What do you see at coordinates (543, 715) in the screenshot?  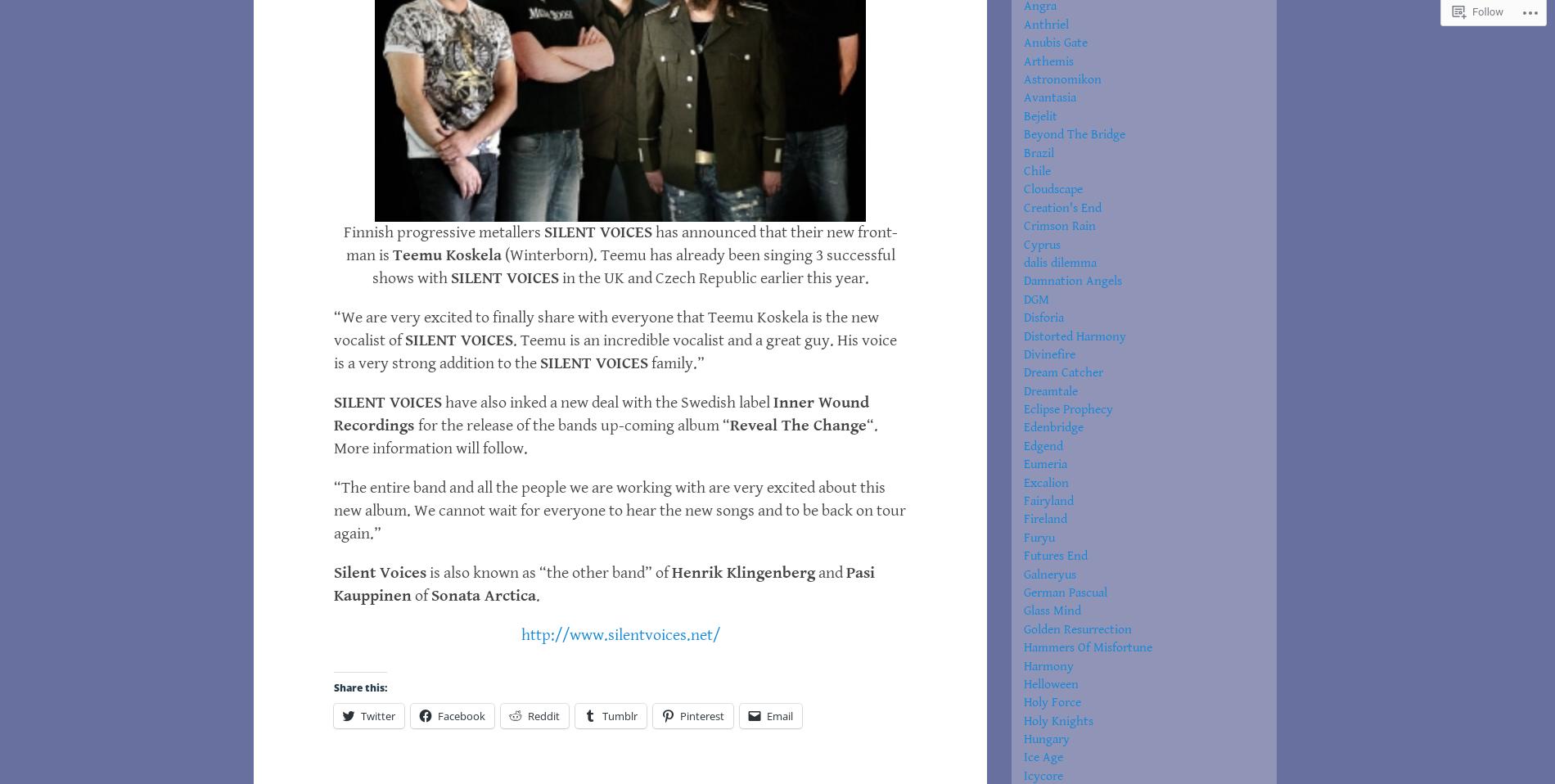 I see `'Reddit'` at bounding box center [543, 715].